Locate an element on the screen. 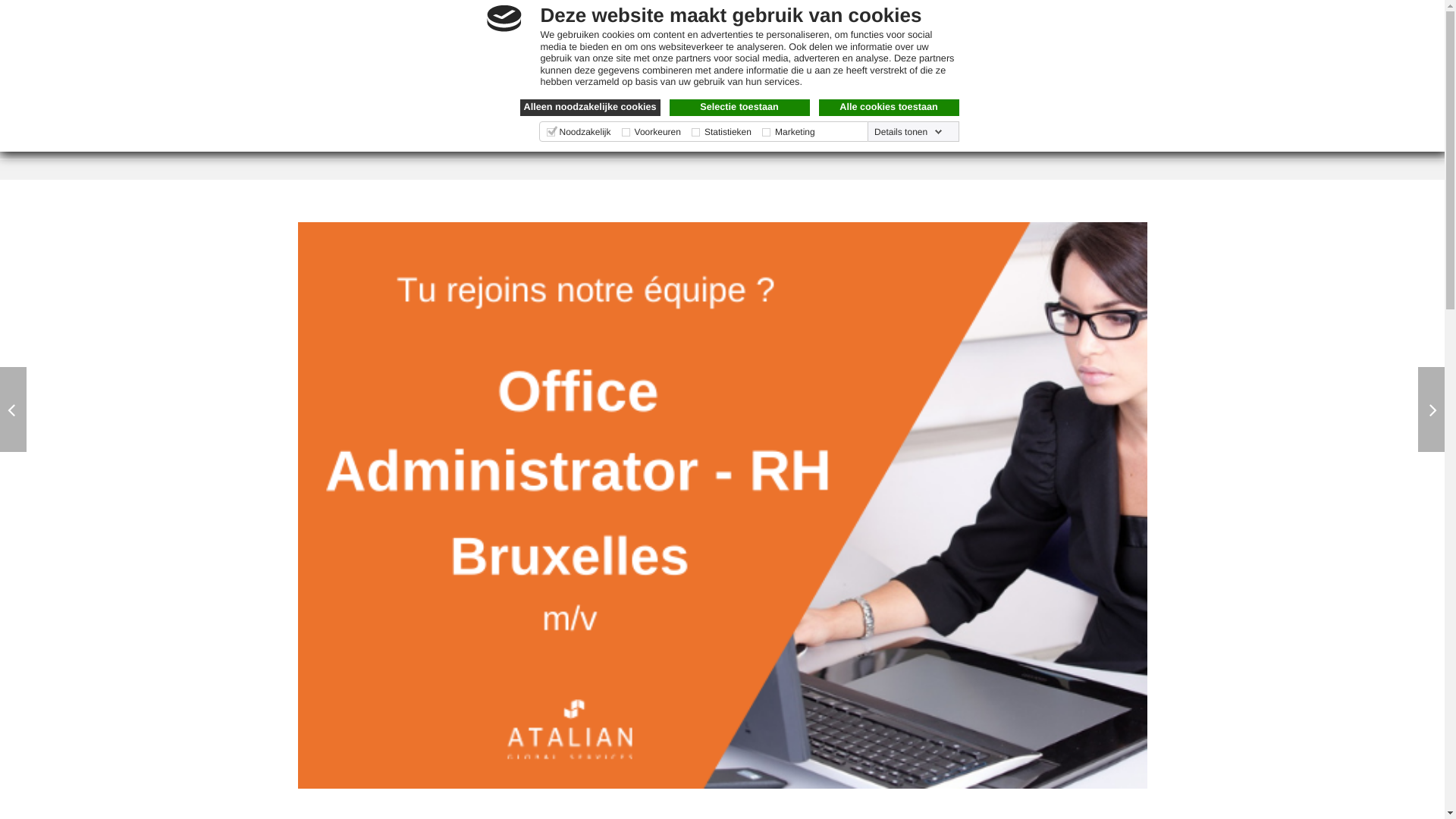 This screenshot has width=1456, height=819. 'Details tonen' is located at coordinates (908, 130).